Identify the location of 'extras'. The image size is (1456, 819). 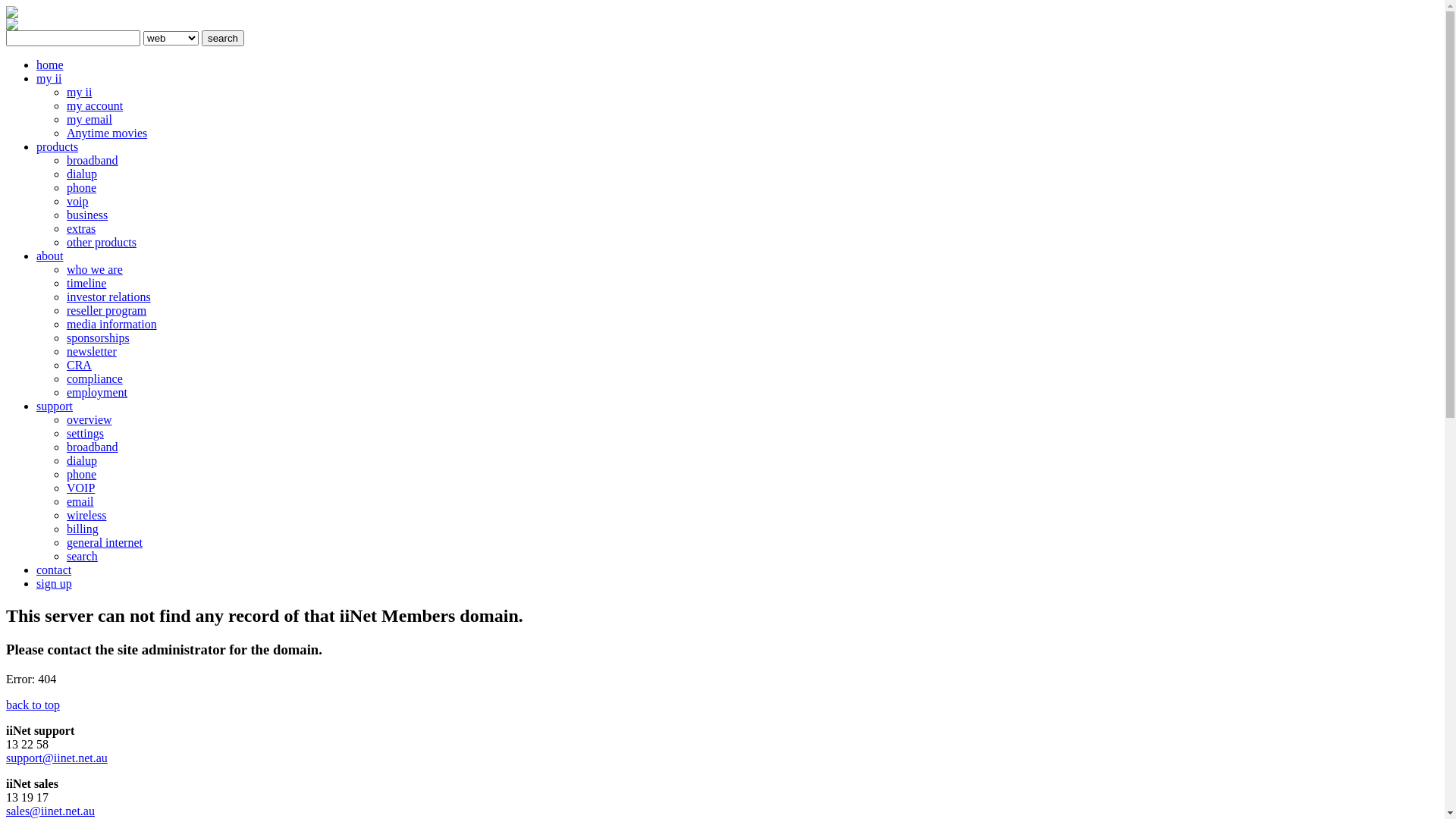
(80, 228).